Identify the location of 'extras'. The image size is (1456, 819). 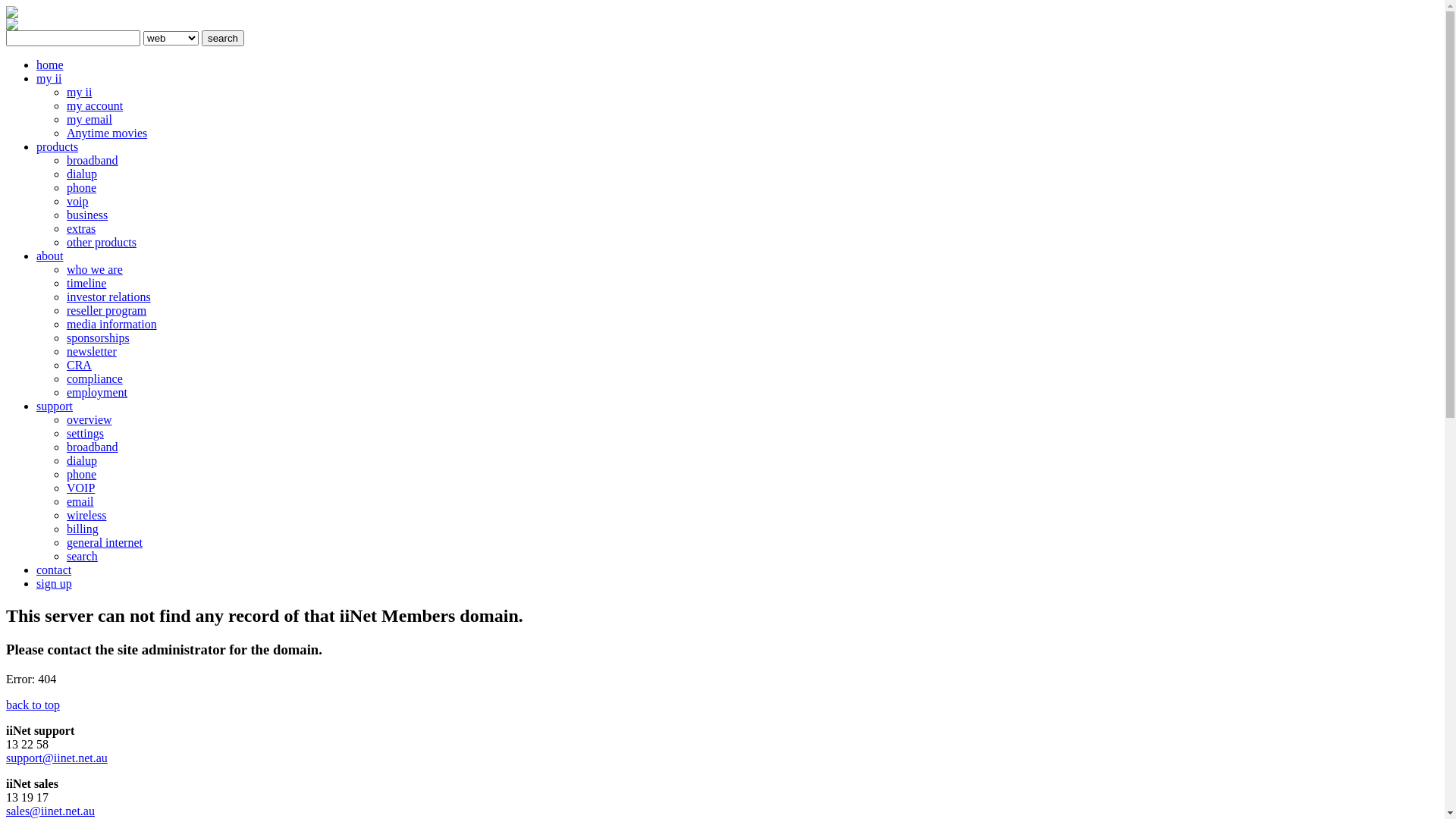
(80, 228).